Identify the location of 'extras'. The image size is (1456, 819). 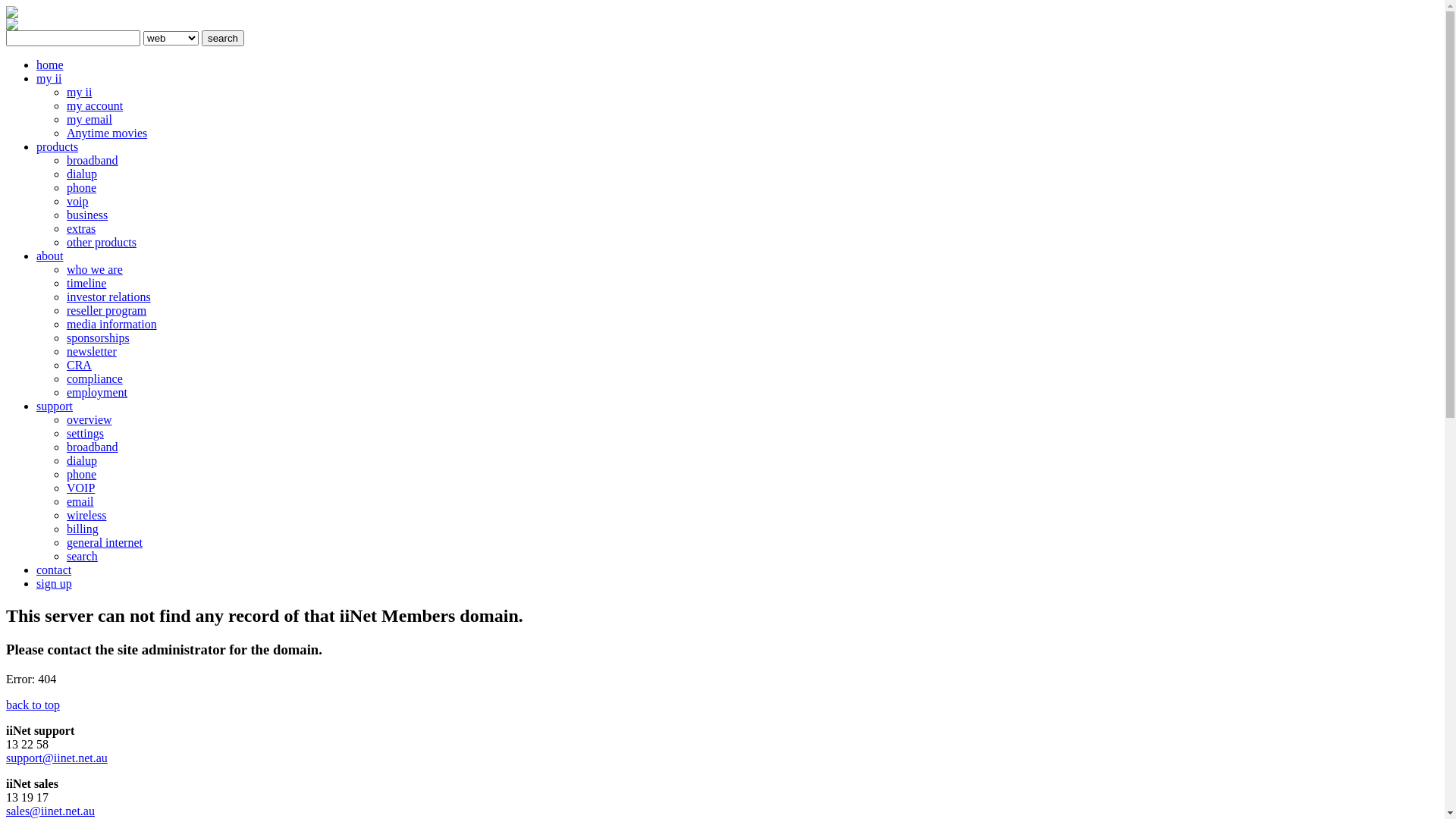
(80, 228).